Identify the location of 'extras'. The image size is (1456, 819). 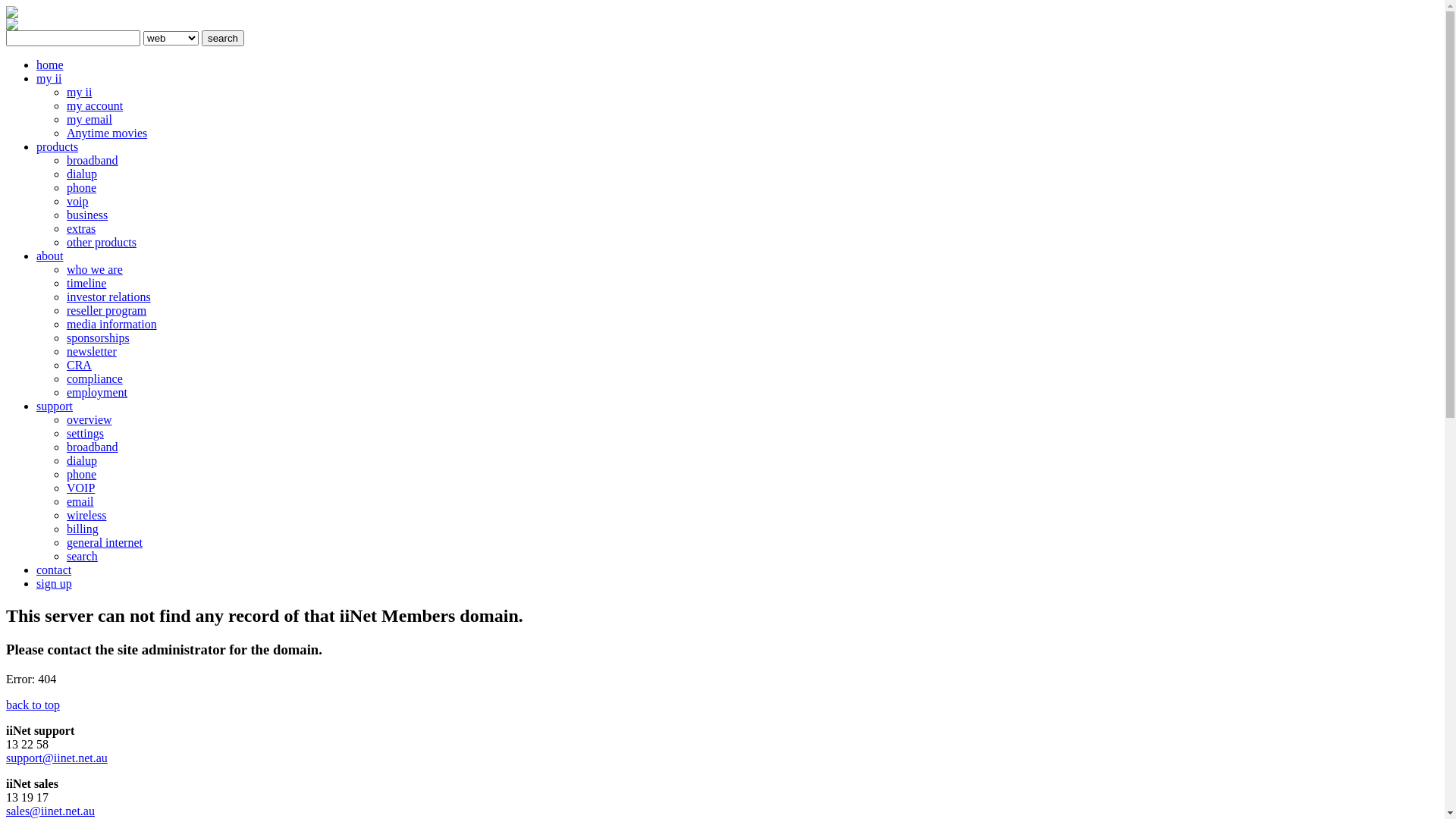
(80, 228).